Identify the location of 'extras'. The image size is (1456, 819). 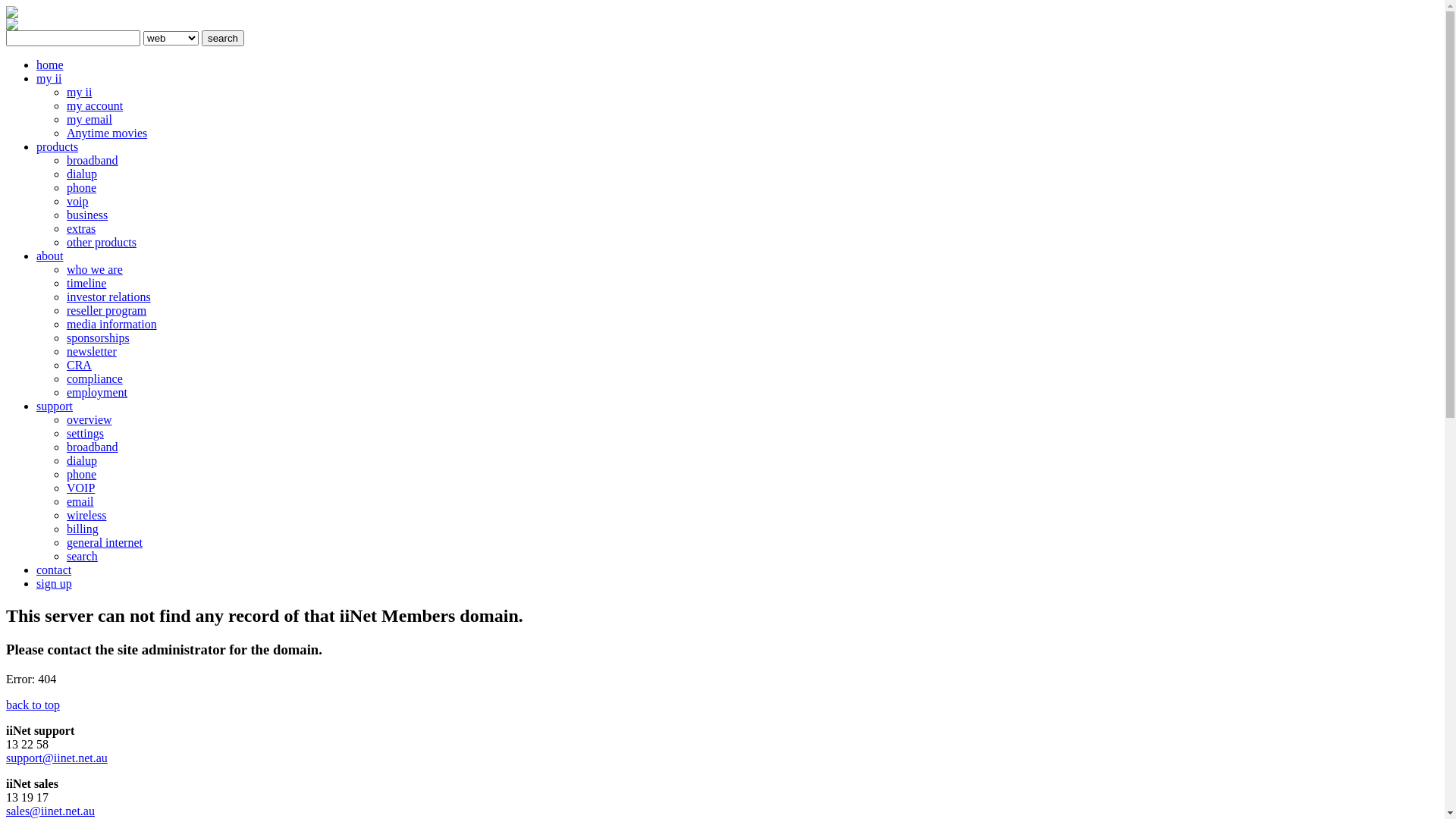
(80, 228).